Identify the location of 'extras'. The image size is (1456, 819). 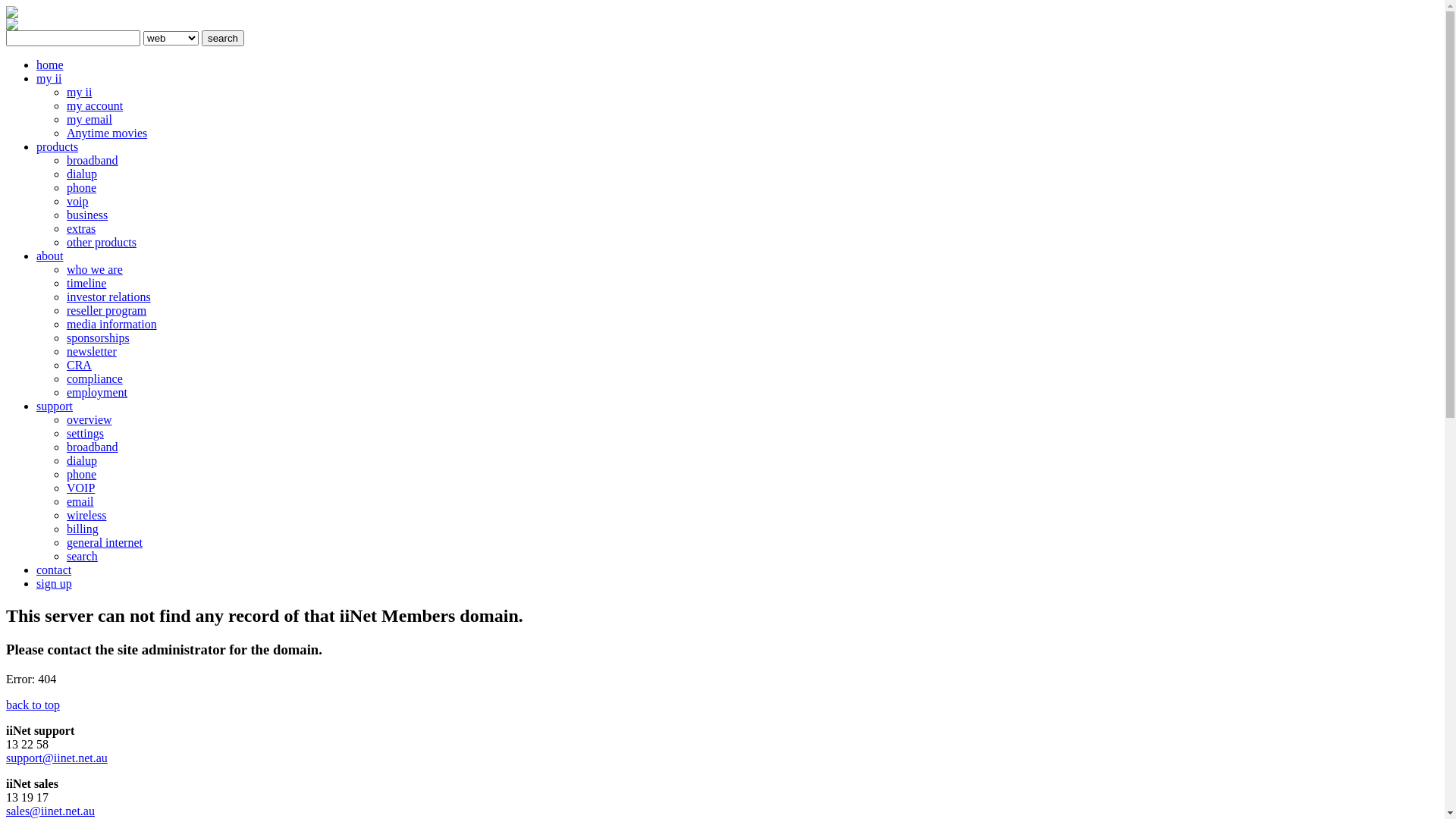
(80, 228).